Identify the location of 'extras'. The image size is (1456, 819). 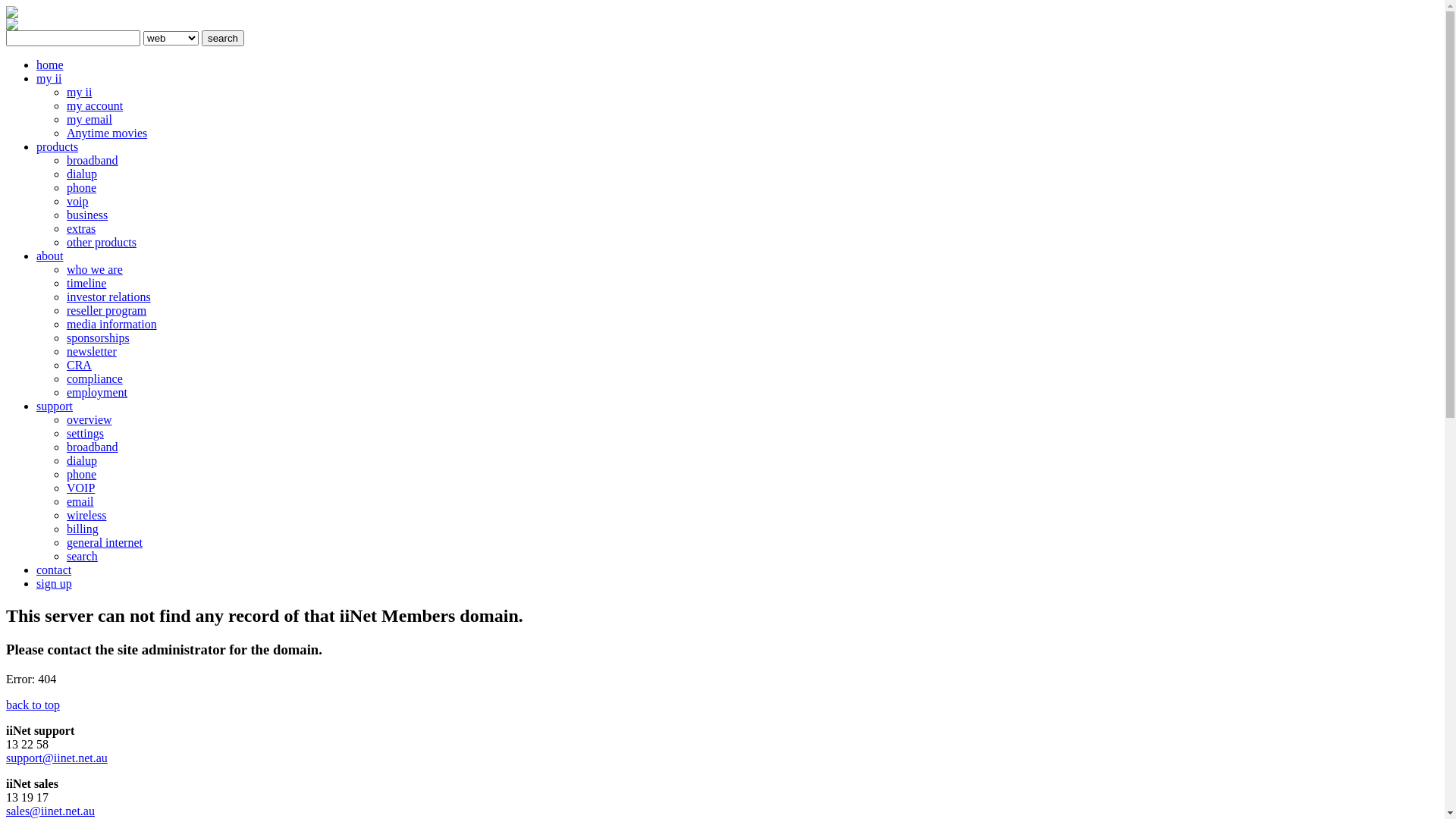
(80, 228).